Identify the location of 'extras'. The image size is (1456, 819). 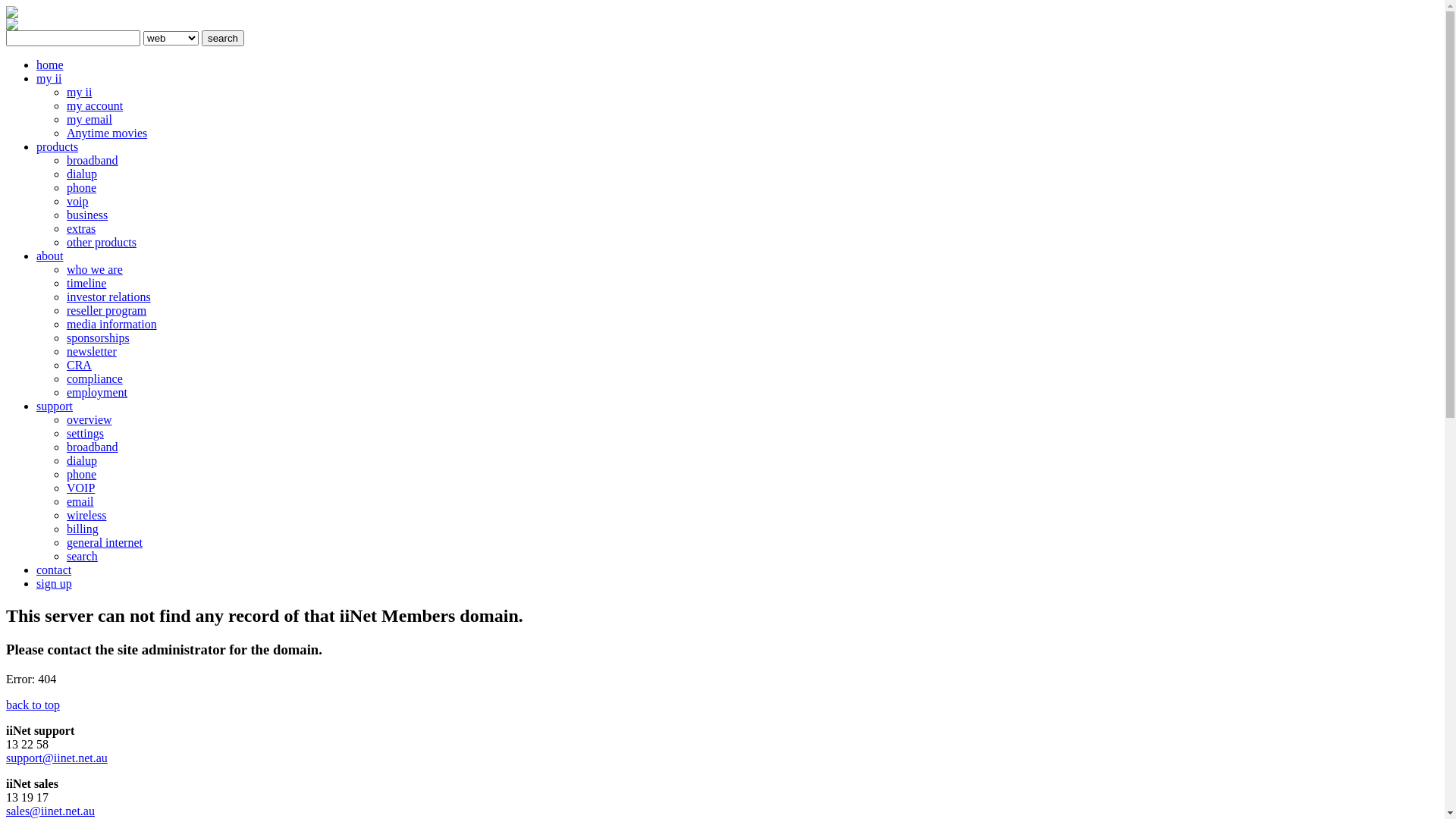
(80, 228).